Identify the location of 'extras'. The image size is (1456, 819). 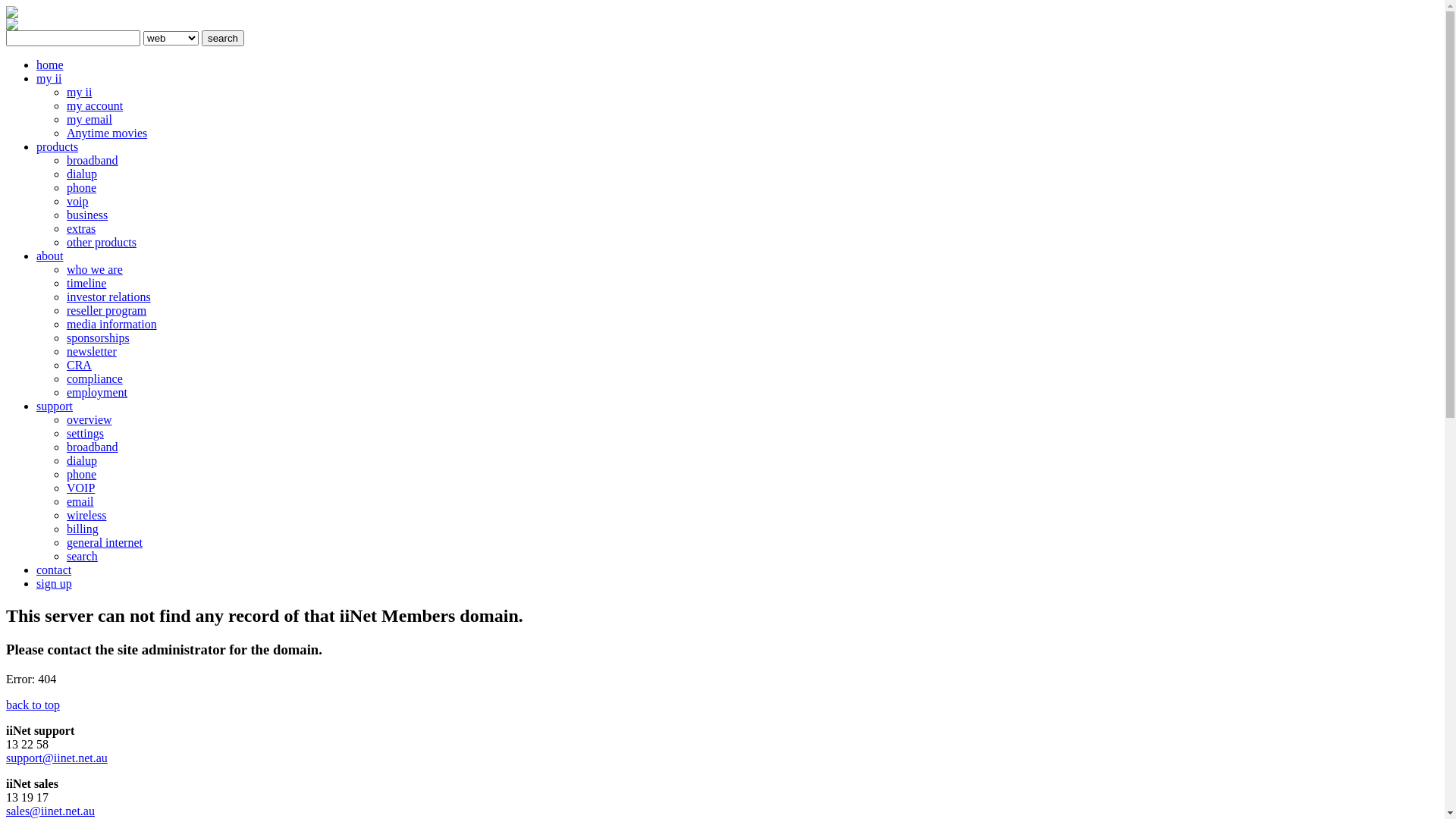
(80, 228).